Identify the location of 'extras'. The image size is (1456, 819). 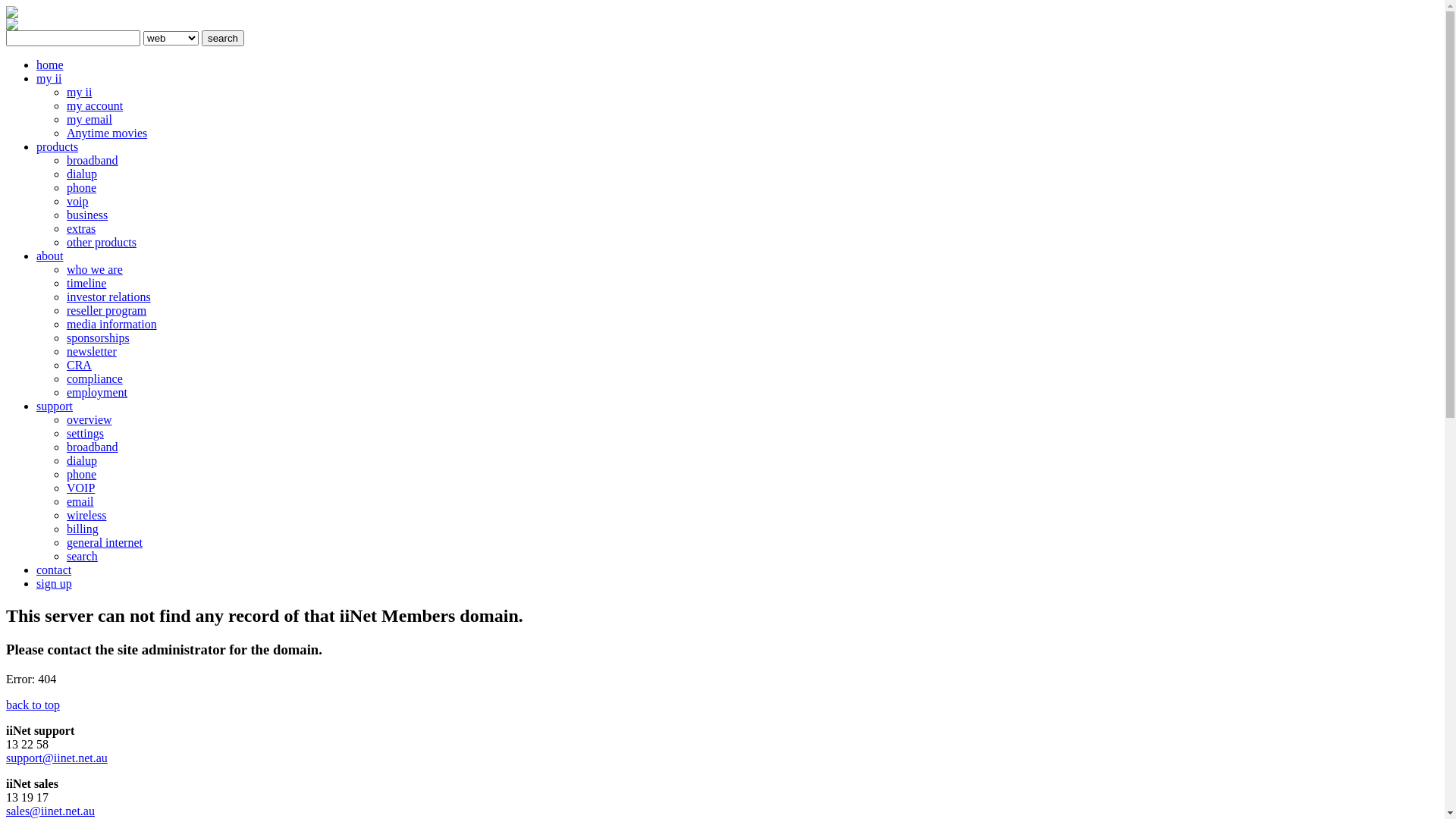
(80, 228).